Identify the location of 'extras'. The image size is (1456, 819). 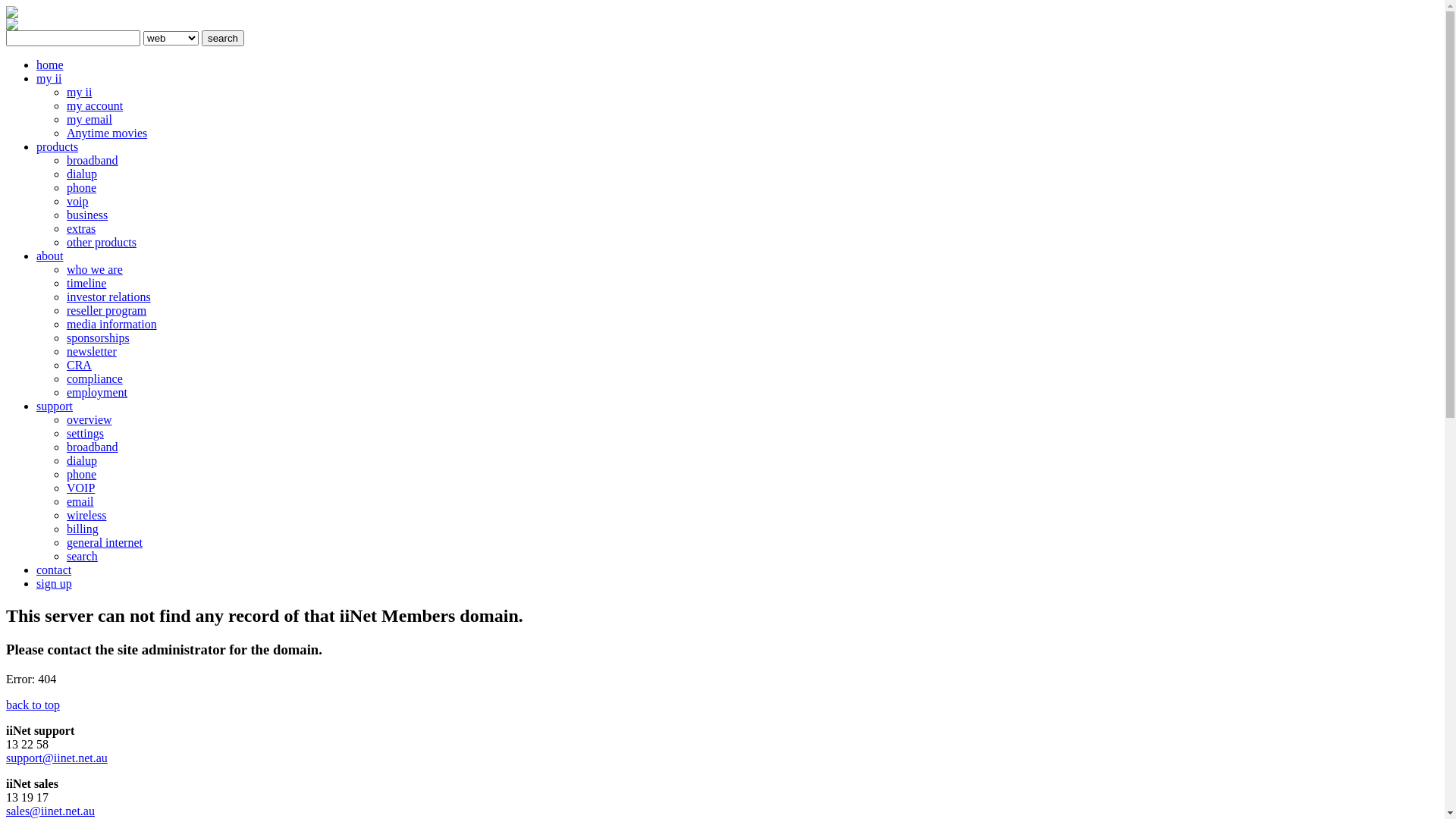
(80, 228).